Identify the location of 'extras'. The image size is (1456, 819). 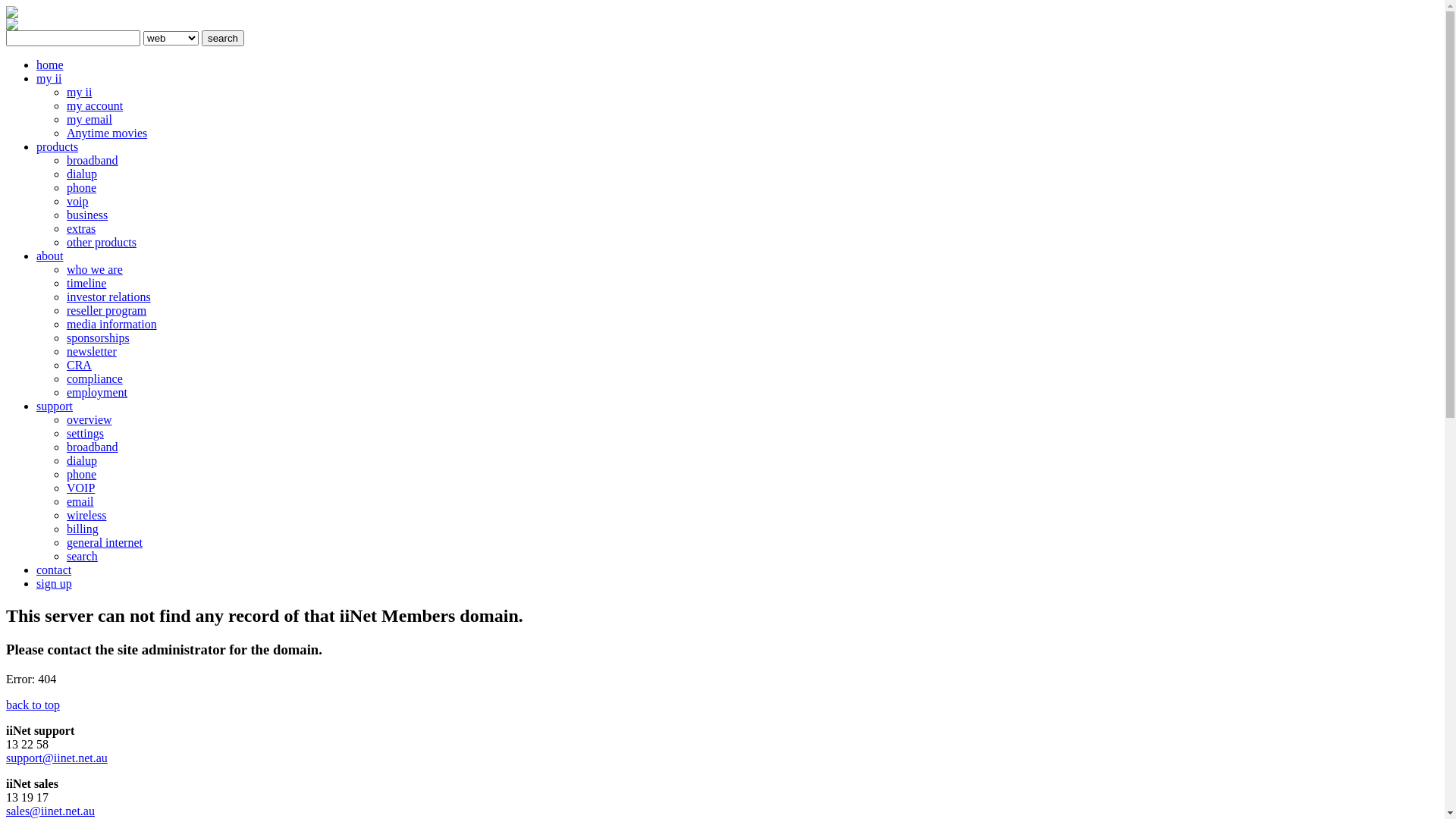
(80, 228).